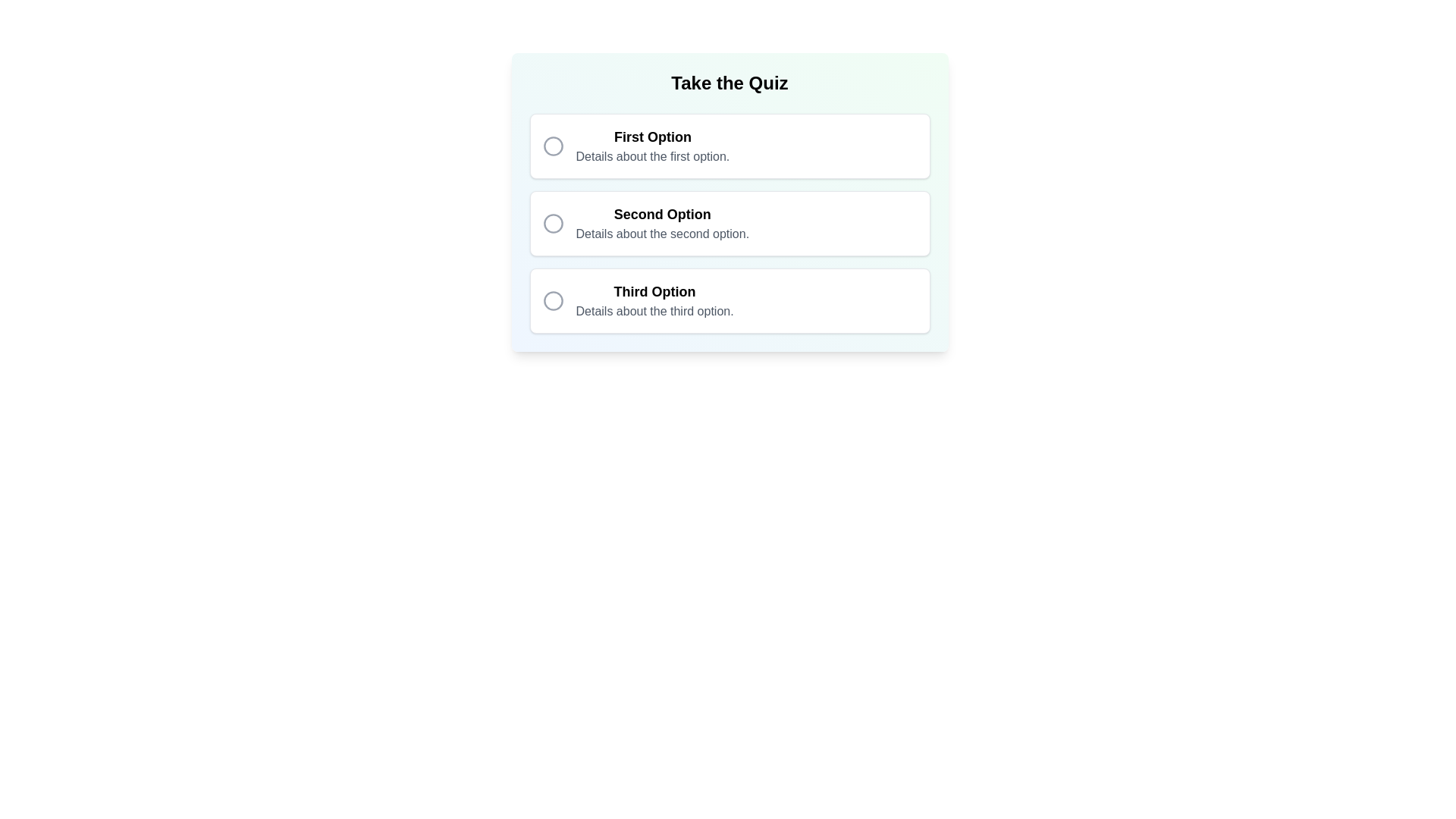  What do you see at coordinates (552, 301) in the screenshot?
I see `the circular radio button indicator located in the 'Third Option' section, positioned to the left of the text 'Third Option Details about the third option.'` at bounding box center [552, 301].